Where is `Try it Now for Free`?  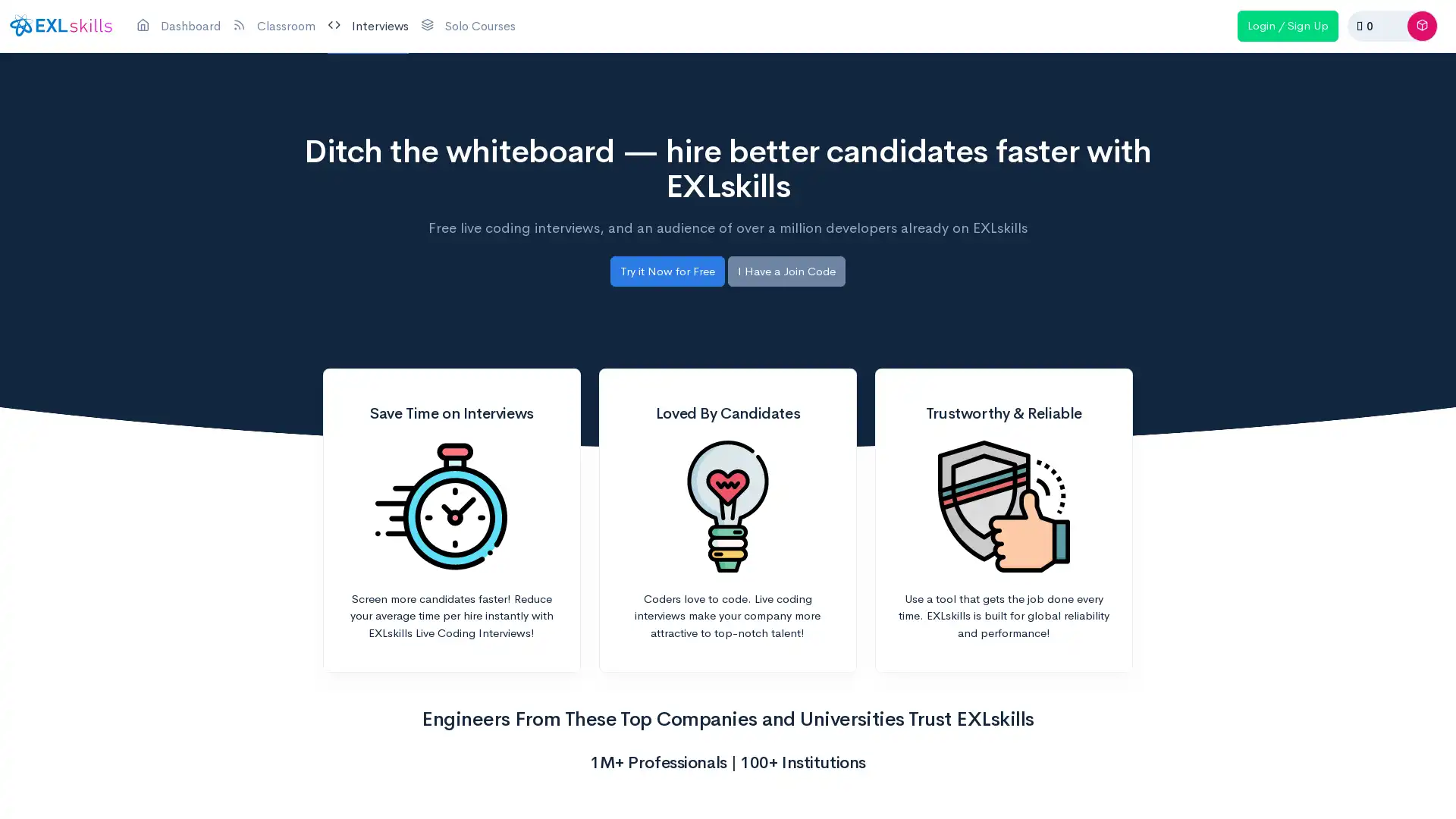 Try it Now for Free is located at coordinates (667, 270).